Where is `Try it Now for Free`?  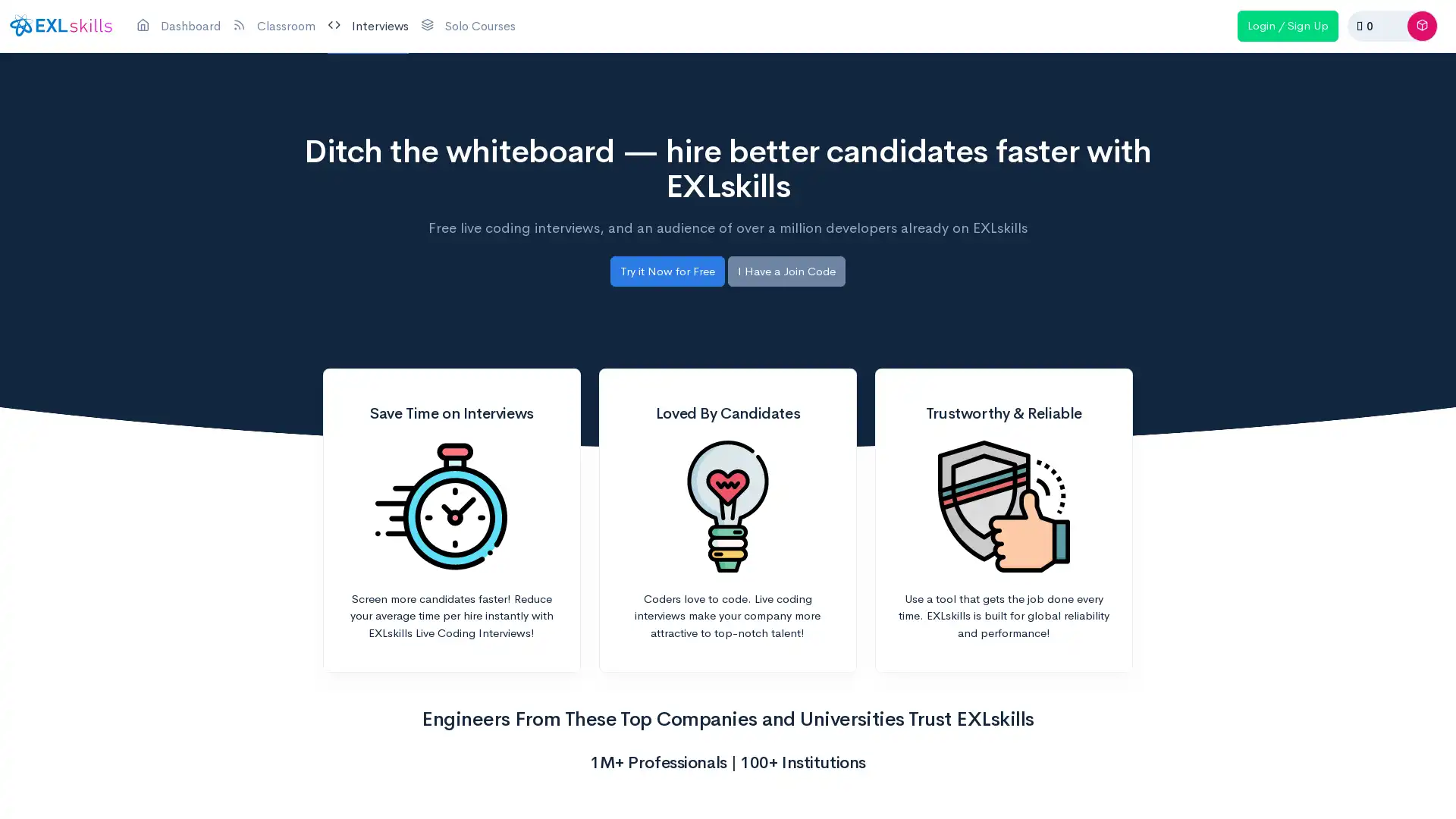 Try it Now for Free is located at coordinates (667, 270).